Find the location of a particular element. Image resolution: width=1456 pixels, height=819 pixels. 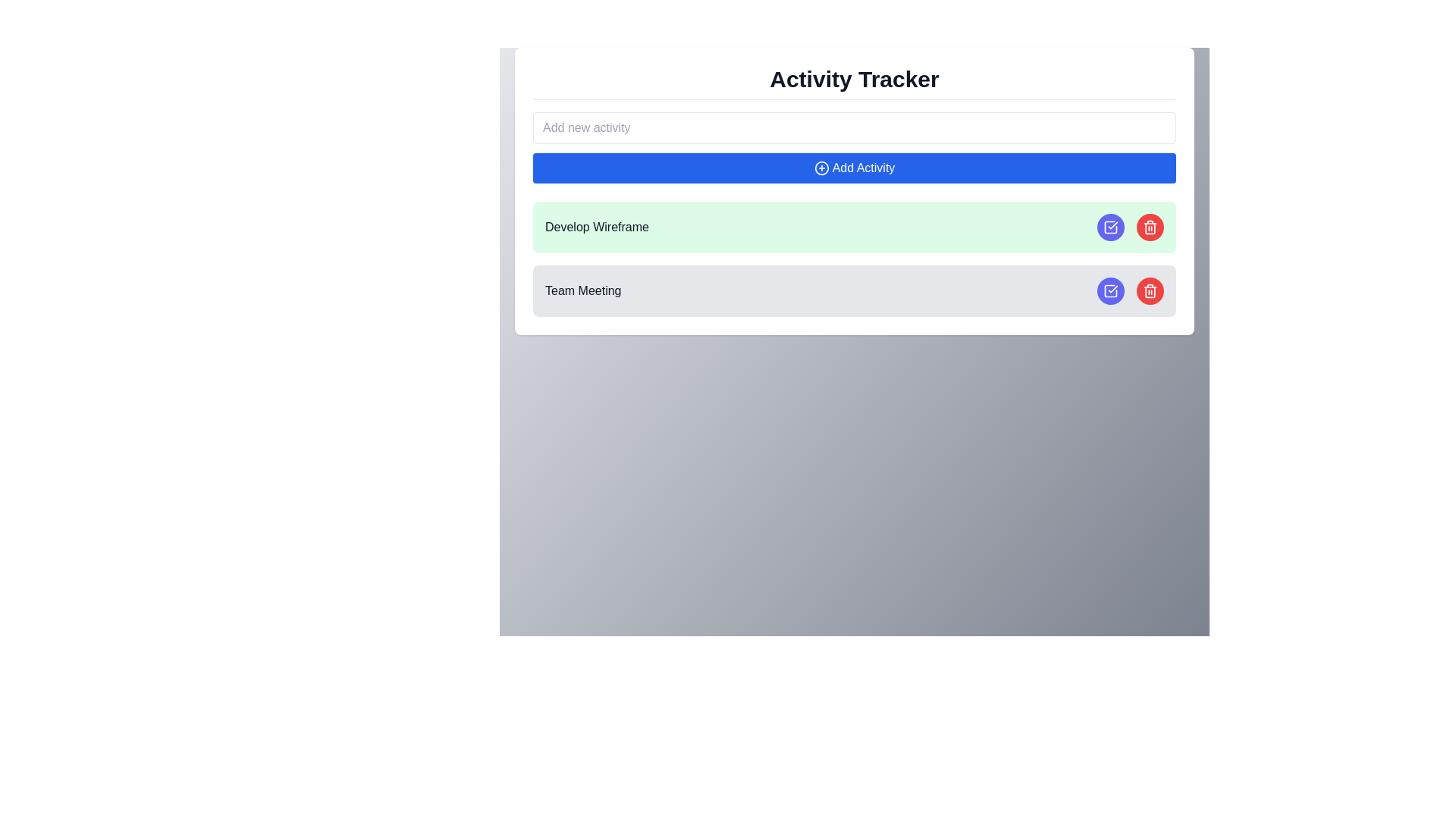

the circular red button with a white trash can icon located on the right side of the 'Team Meeting' row is located at coordinates (1150, 291).